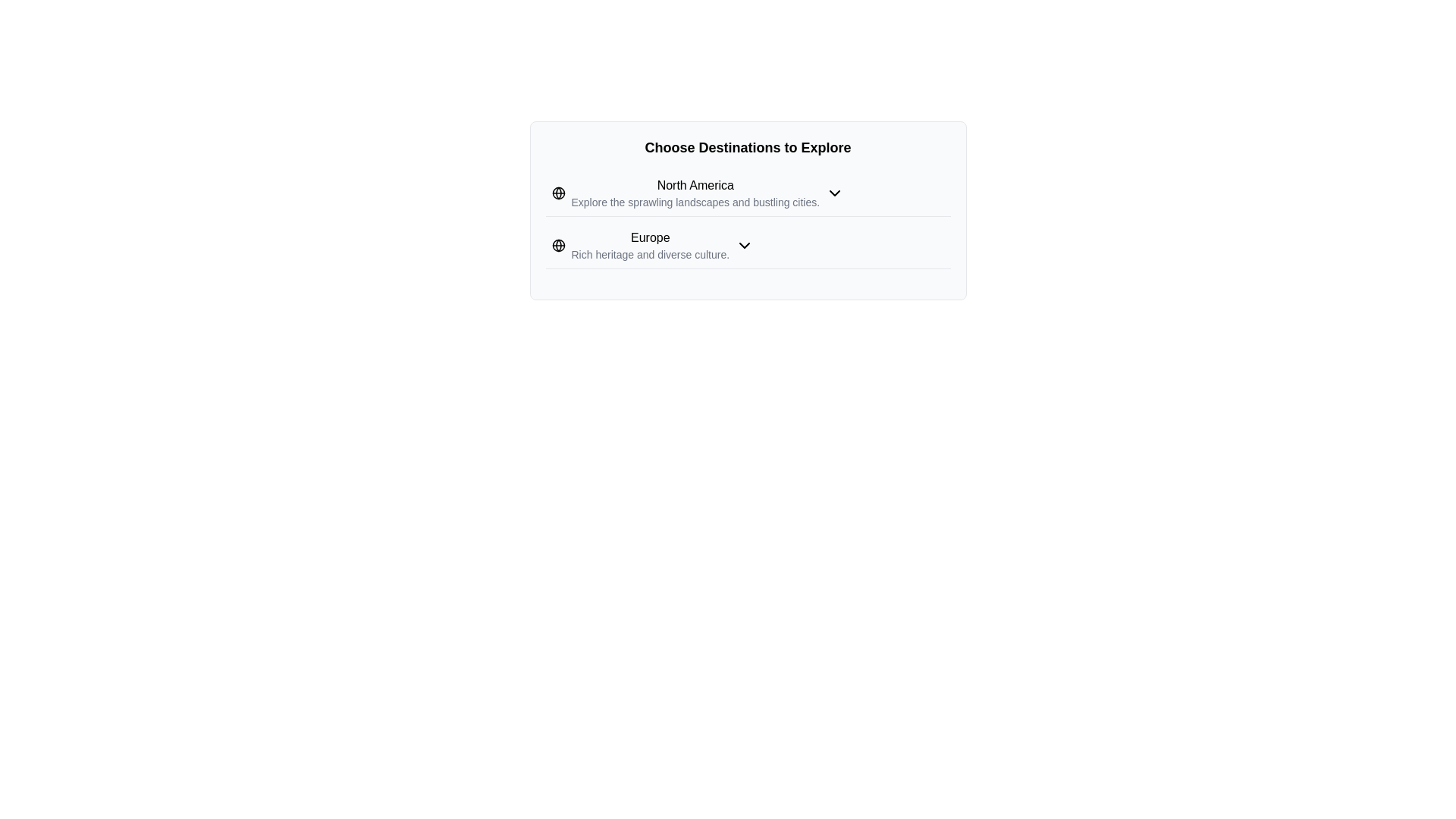  Describe the element at coordinates (557, 245) in the screenshot. I see `the globe icon representing the 'Europe' section, which is positioned to the left of the text 'Europe'` at that location.